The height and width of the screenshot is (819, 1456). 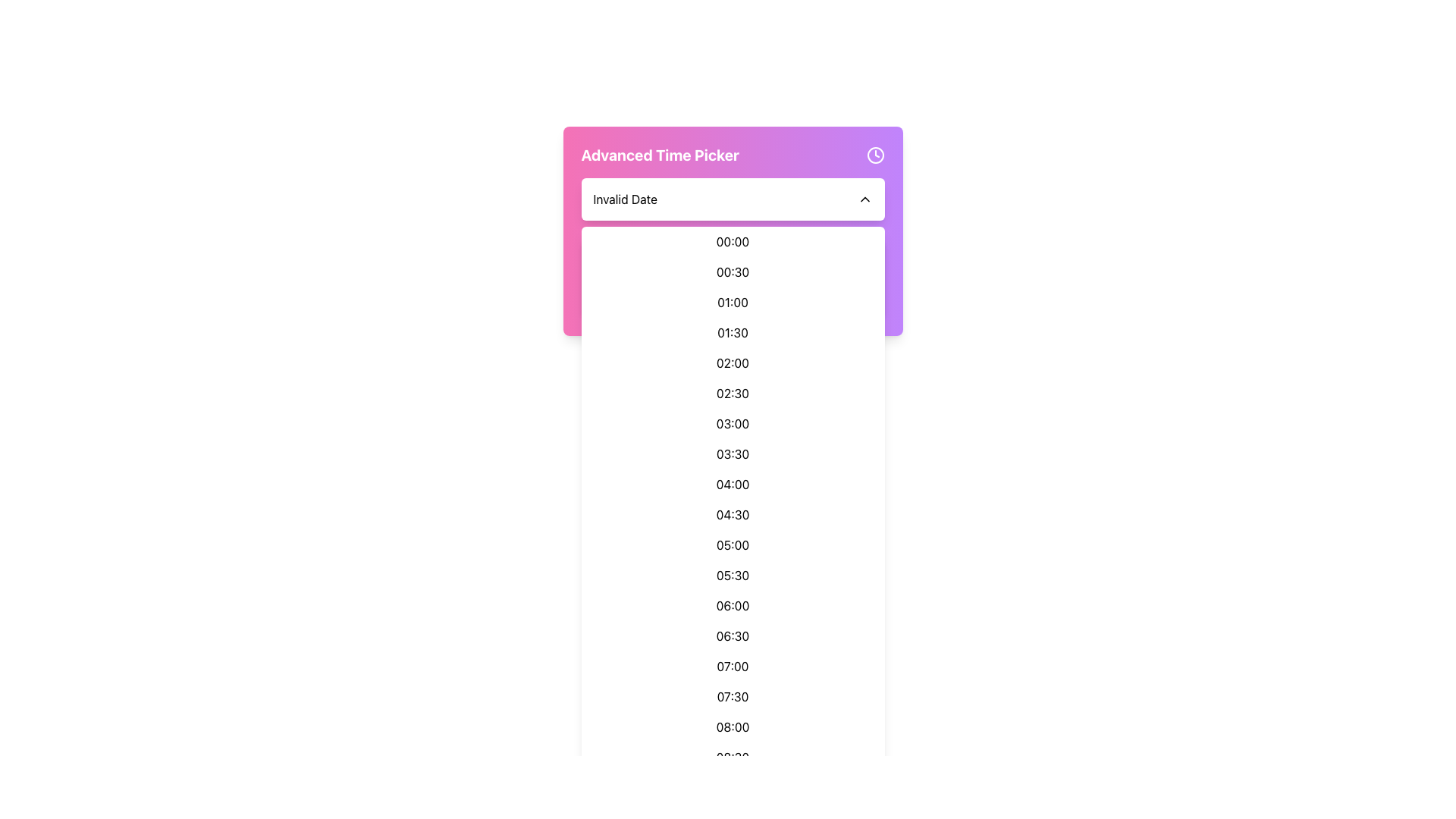 What do you see at coordinates (733, 726) in the screenshot?
I see `the 17th list item displaying the time '08:00' in bold, centered font within the dropdown` at bounding box center [733, 726].